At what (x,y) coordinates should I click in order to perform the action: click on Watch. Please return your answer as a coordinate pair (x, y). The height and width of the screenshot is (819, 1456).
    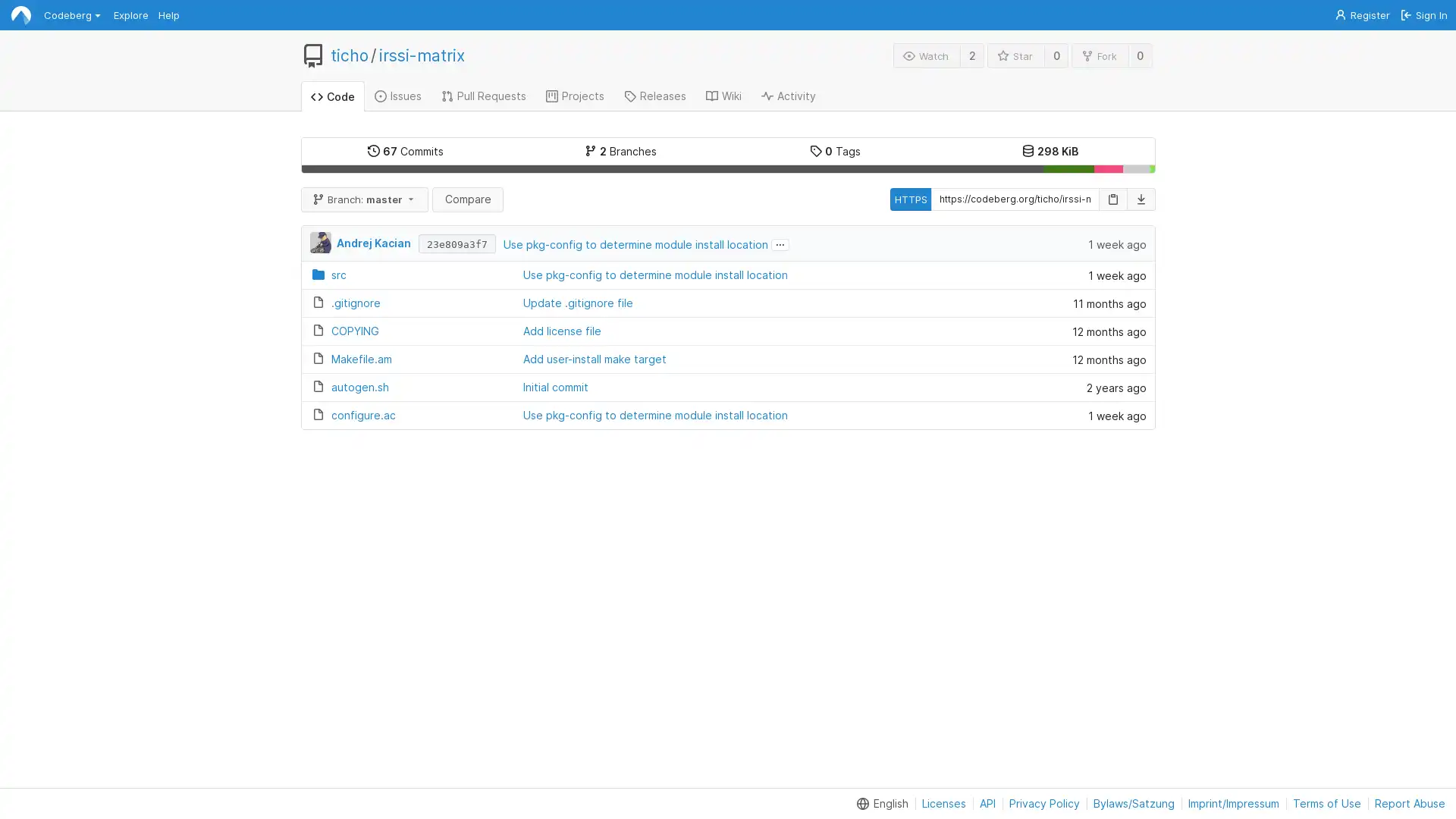
    Looking at the image, I should click on (926, 55).